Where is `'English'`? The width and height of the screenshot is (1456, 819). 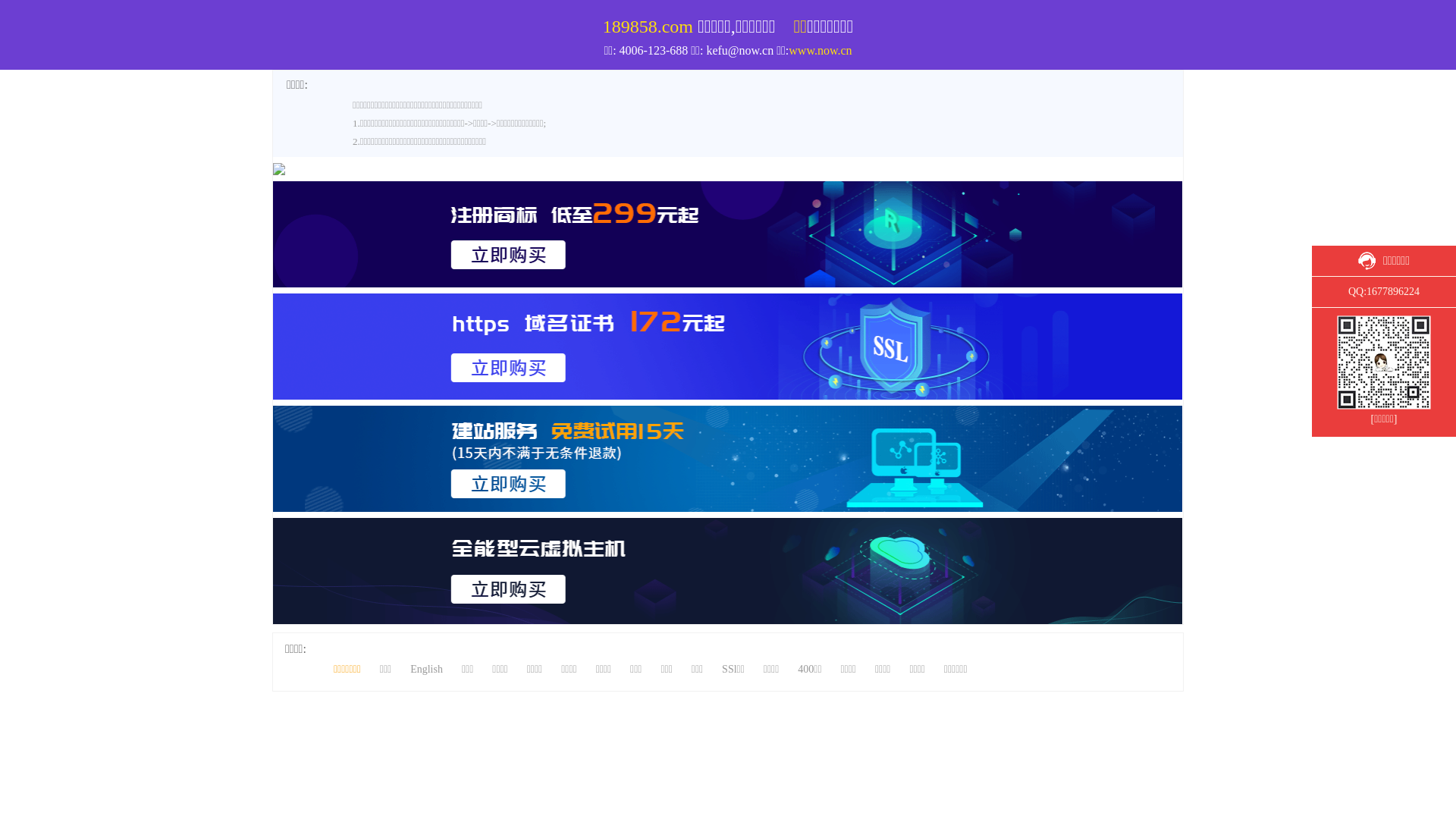 'English' is located at coordinates (425, 667).